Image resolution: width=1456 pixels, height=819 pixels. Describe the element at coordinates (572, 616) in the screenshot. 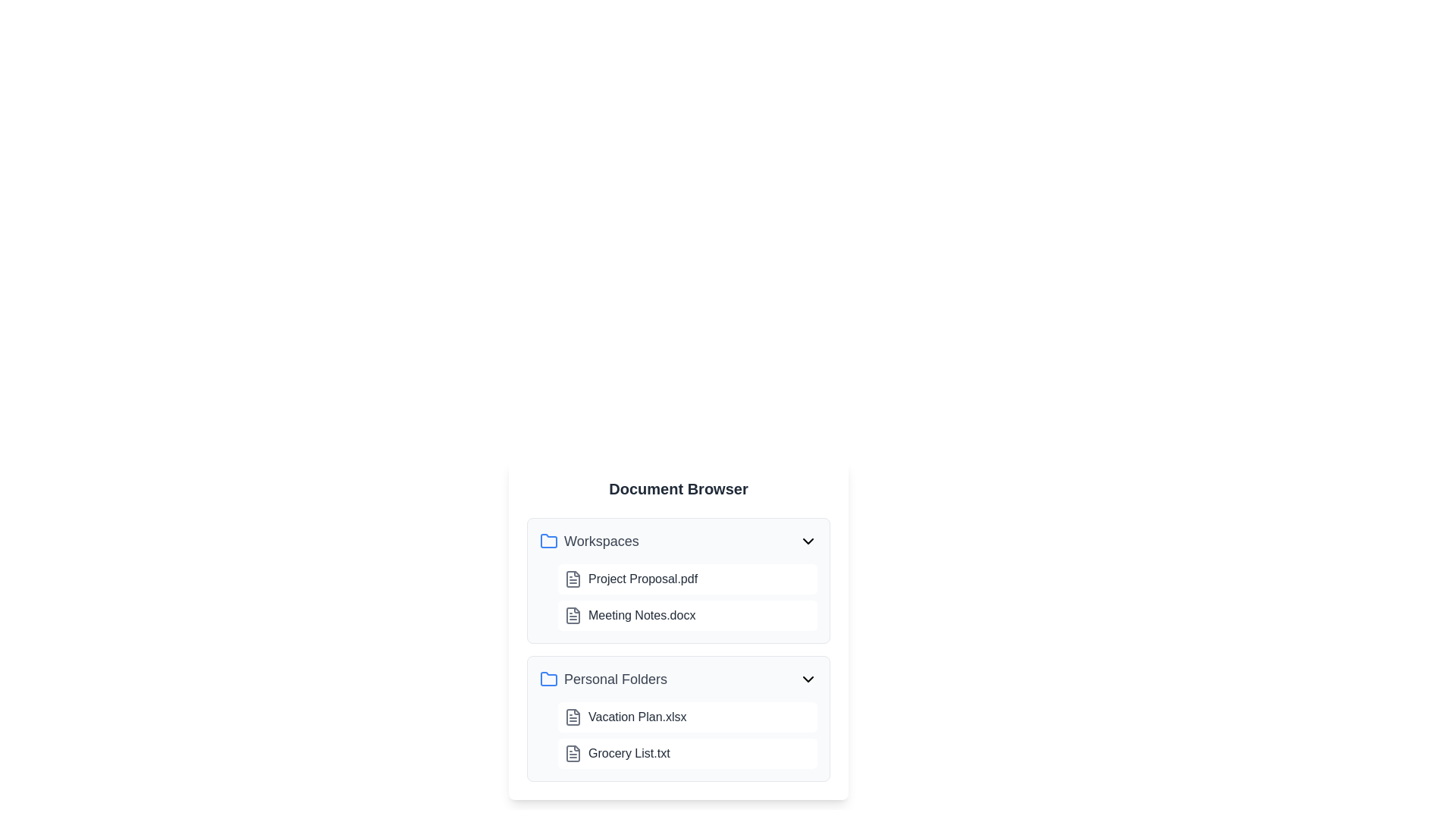

I see `the document icon representing 'Meeting Notes.docx' in the file list under the 'Workspaces' section` at that location.